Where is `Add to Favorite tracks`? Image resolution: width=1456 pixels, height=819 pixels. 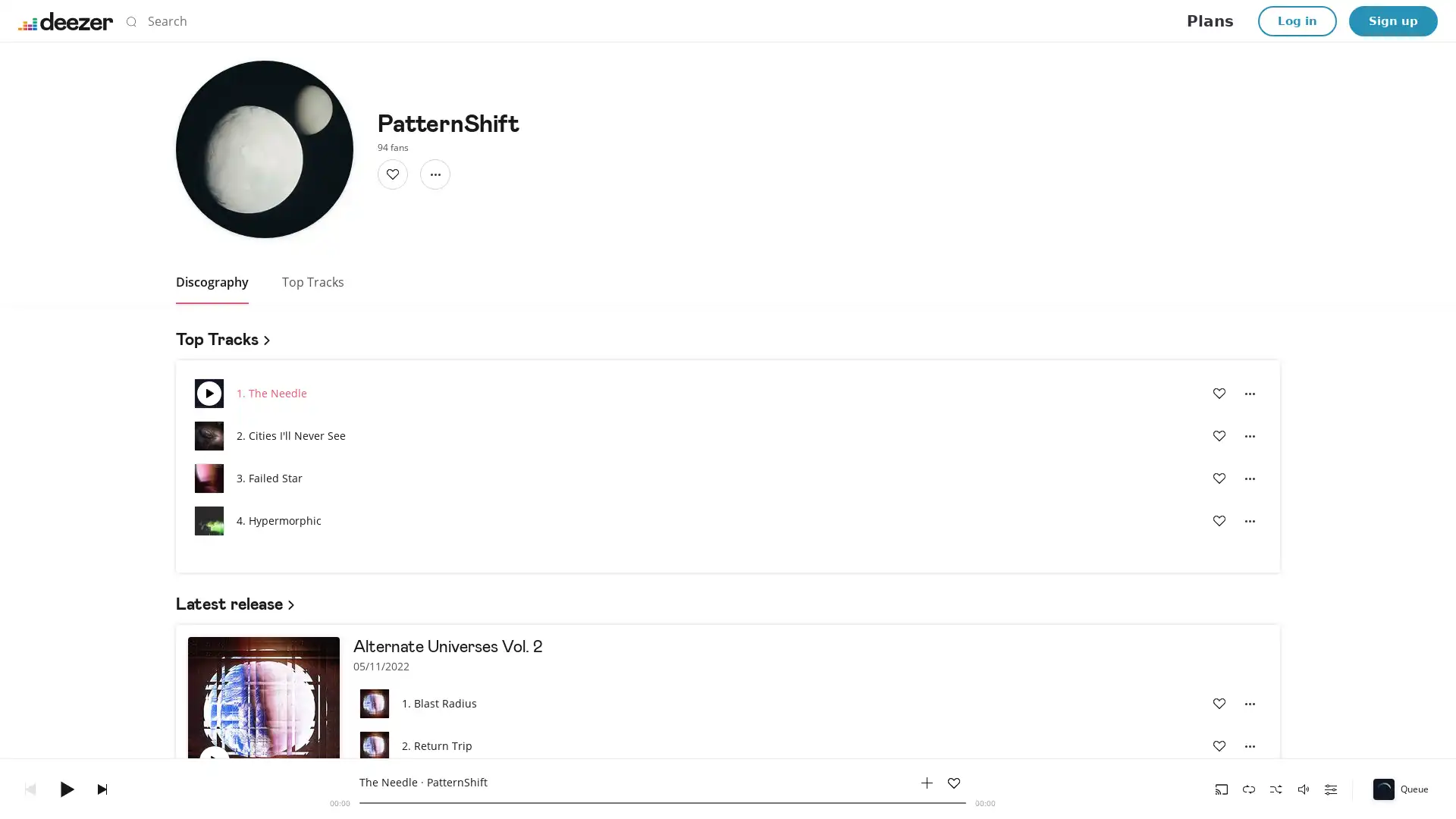 Add to Favorite tracks is located at coordinates (1219, 788).